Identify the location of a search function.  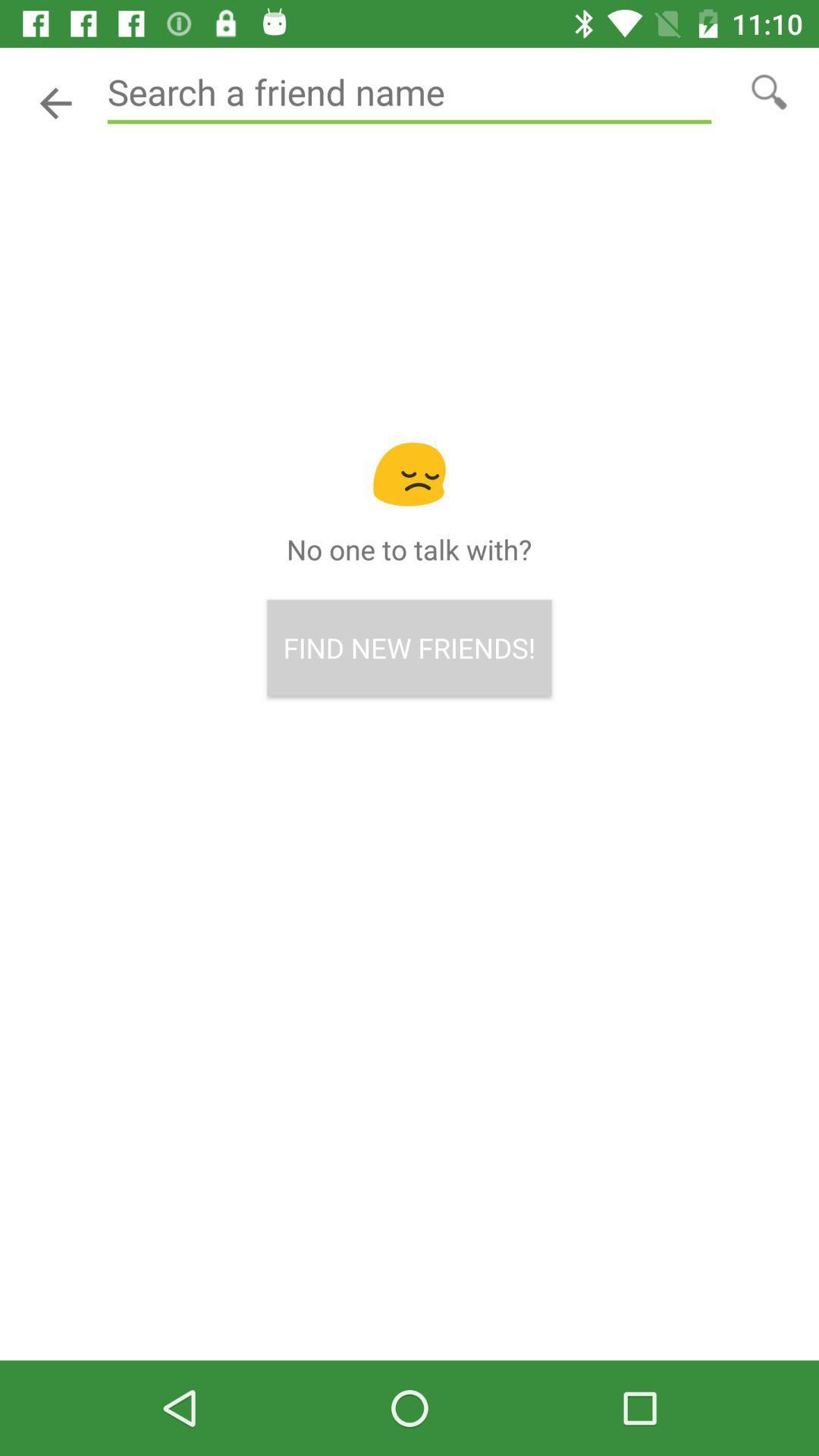
(409, 92).